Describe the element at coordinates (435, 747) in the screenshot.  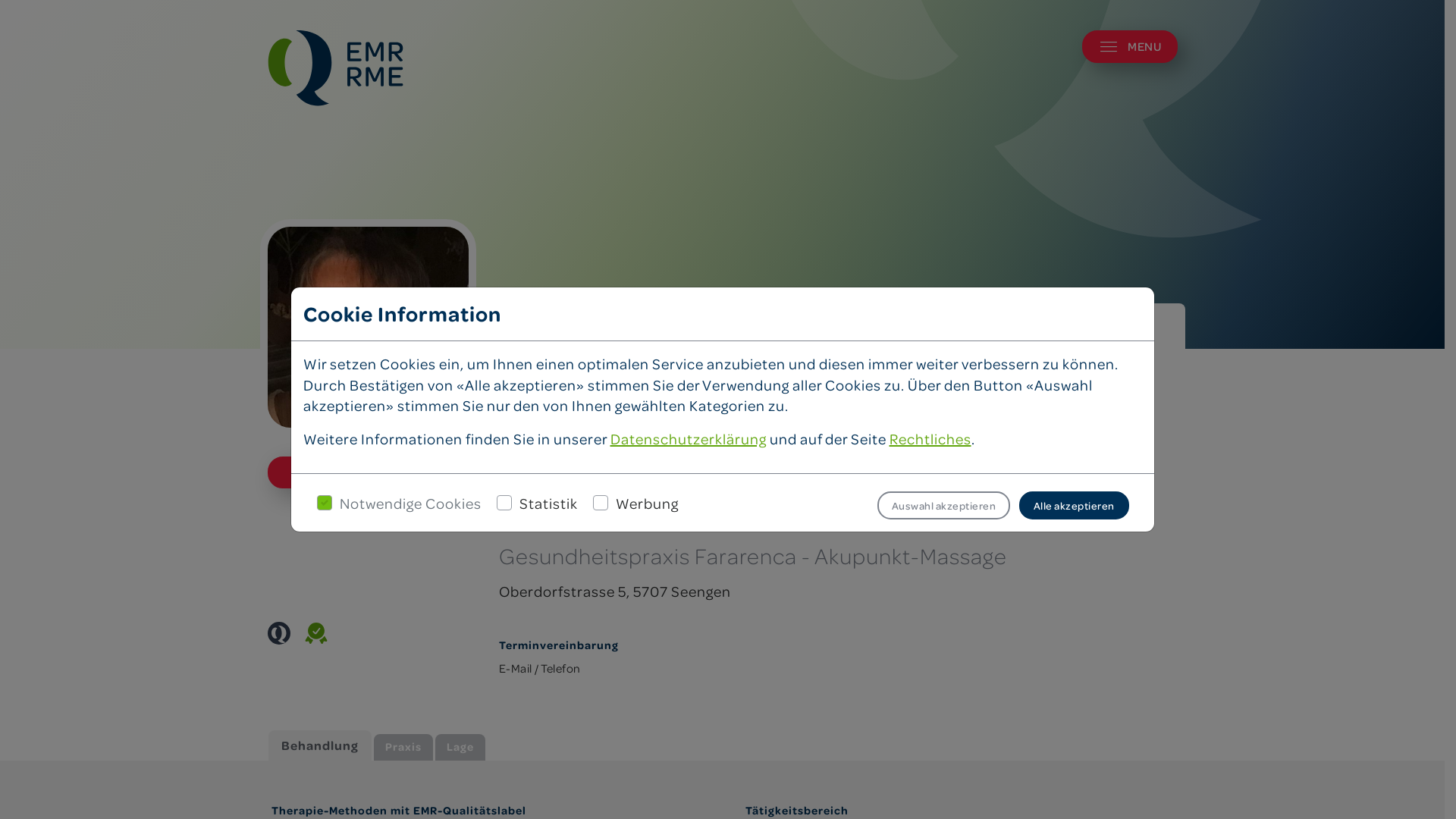
I see `'Lage'` at that location.